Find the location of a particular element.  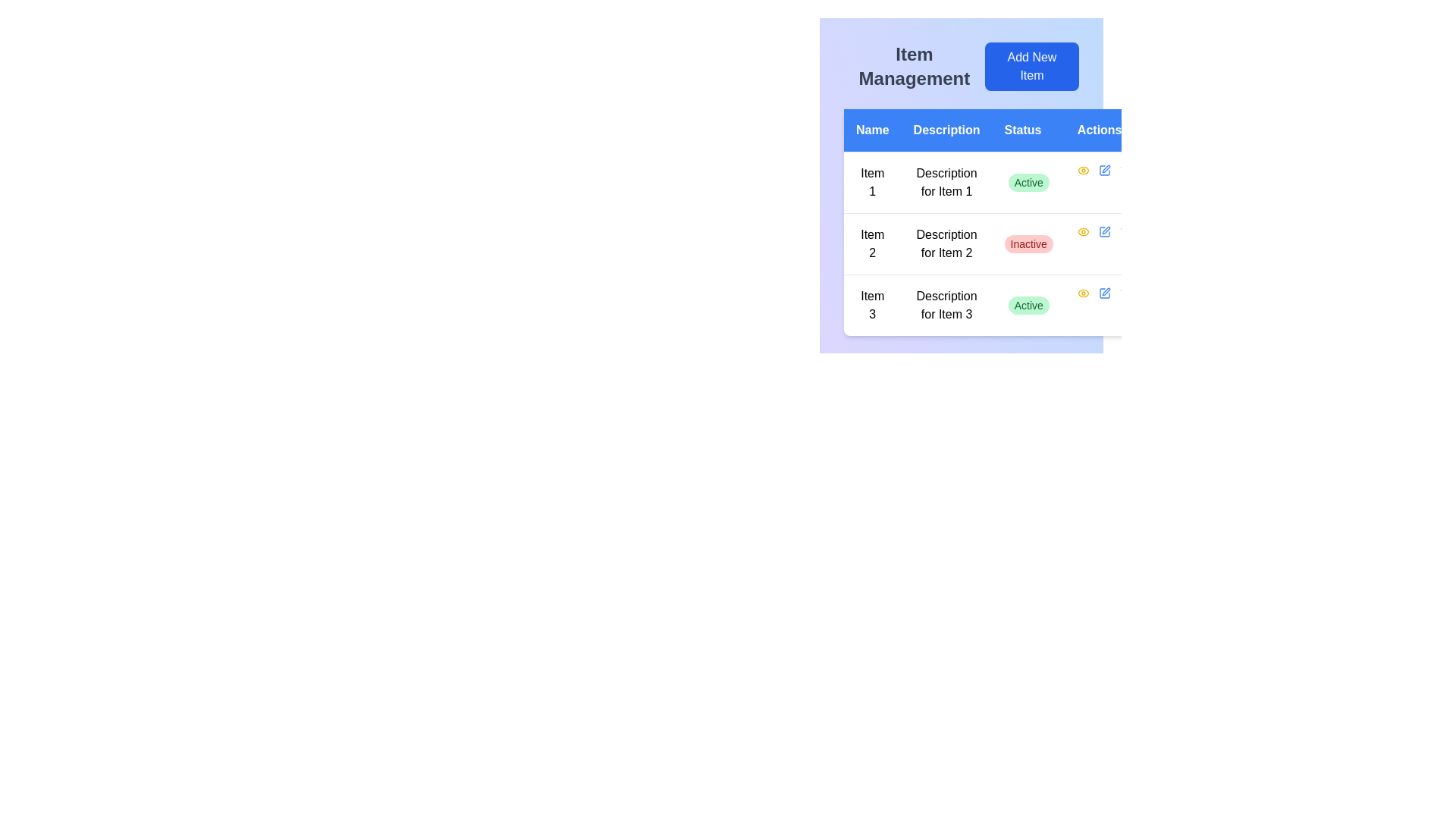

the Text Badge indicating the status of 'Item 2' as 'Inactive', located in the second row, third column of the table under the 'Status' heading is located at coordinates (1028, 243).